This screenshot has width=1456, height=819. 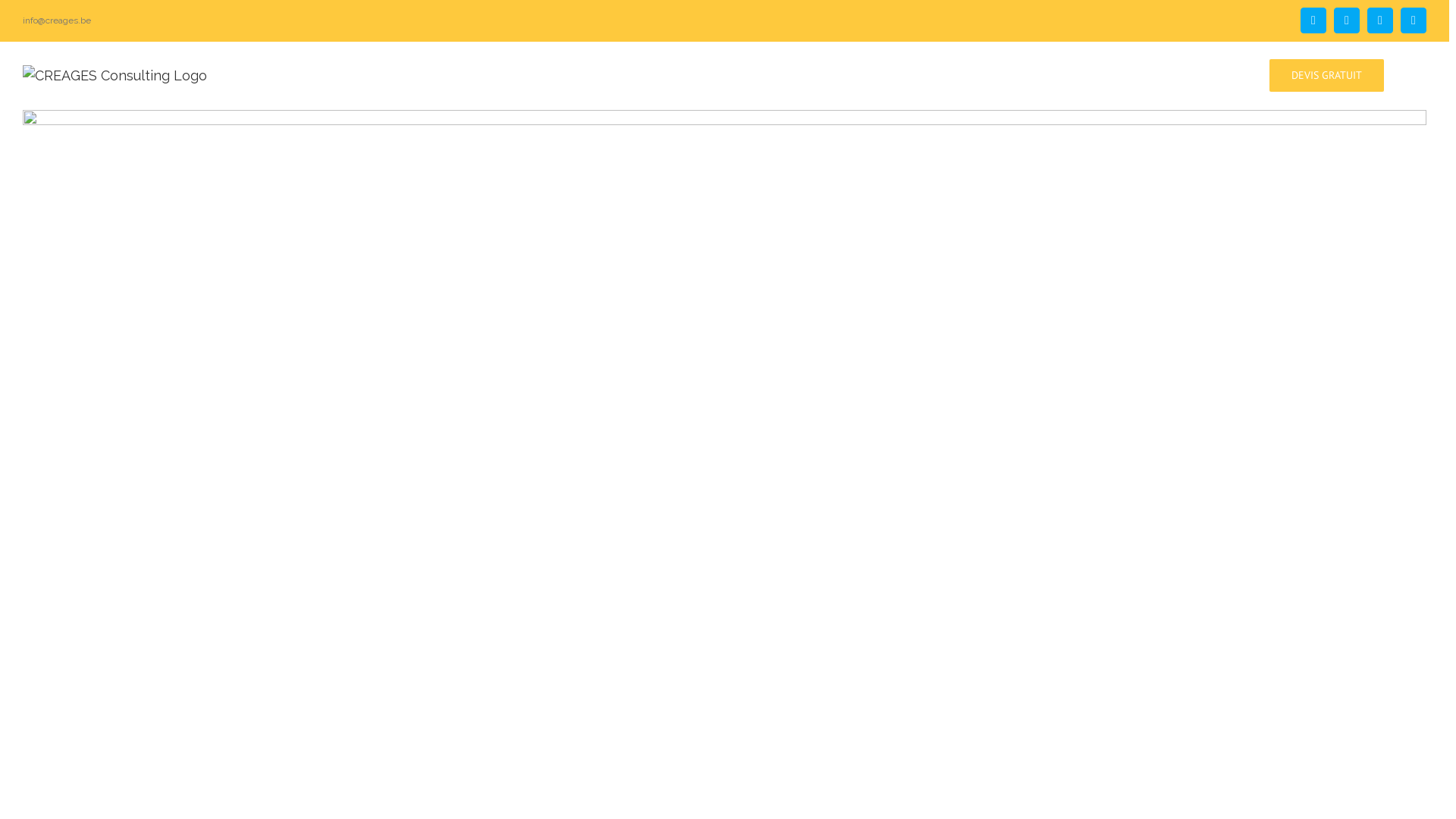 I want to click on 'facebook', so click(x=1313, y=20).